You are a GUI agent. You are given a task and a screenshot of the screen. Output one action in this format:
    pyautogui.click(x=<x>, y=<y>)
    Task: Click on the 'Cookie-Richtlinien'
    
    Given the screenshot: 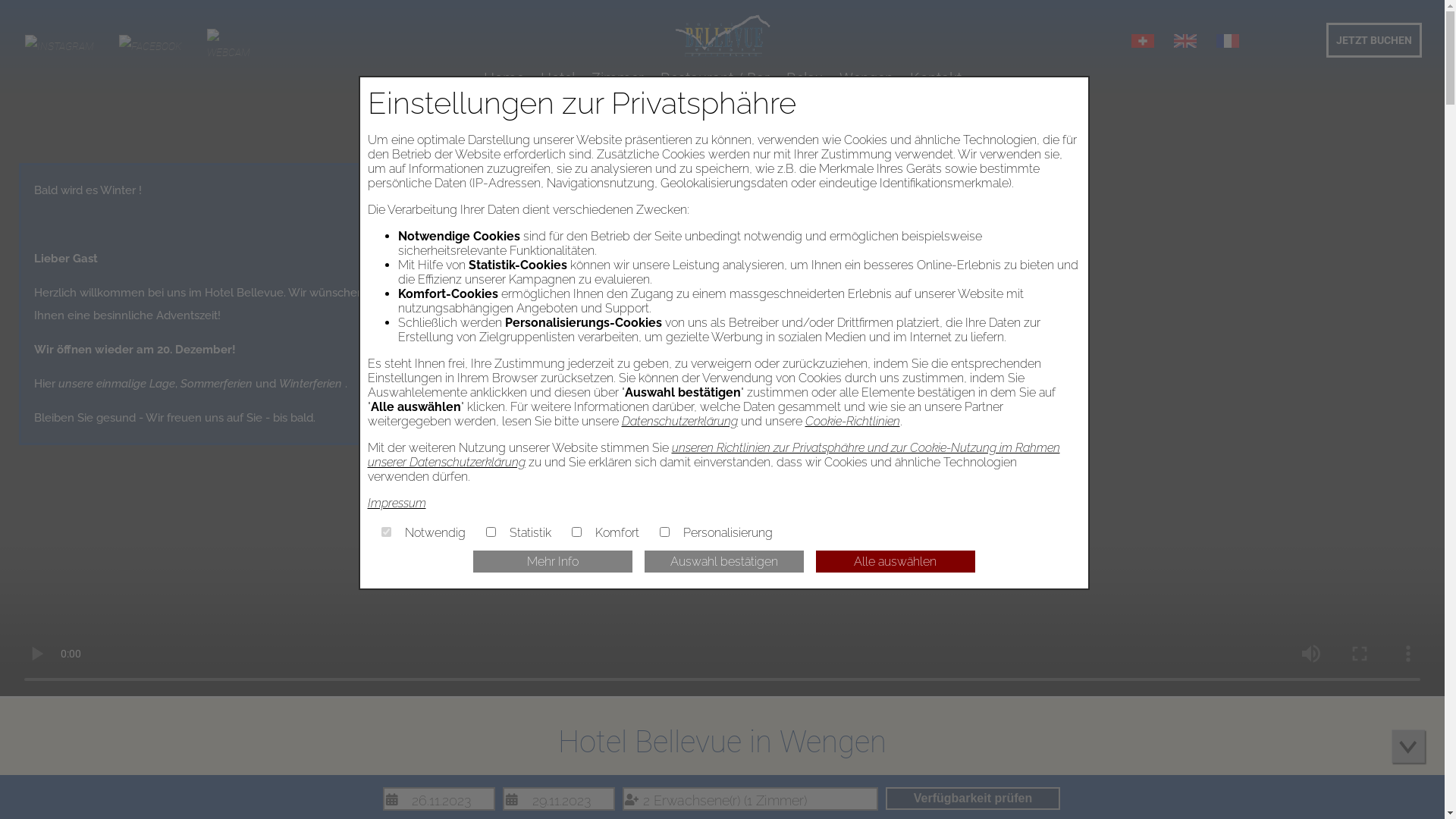 What is the action you would take?
    pyautogui.click(x=852, y=421)
    